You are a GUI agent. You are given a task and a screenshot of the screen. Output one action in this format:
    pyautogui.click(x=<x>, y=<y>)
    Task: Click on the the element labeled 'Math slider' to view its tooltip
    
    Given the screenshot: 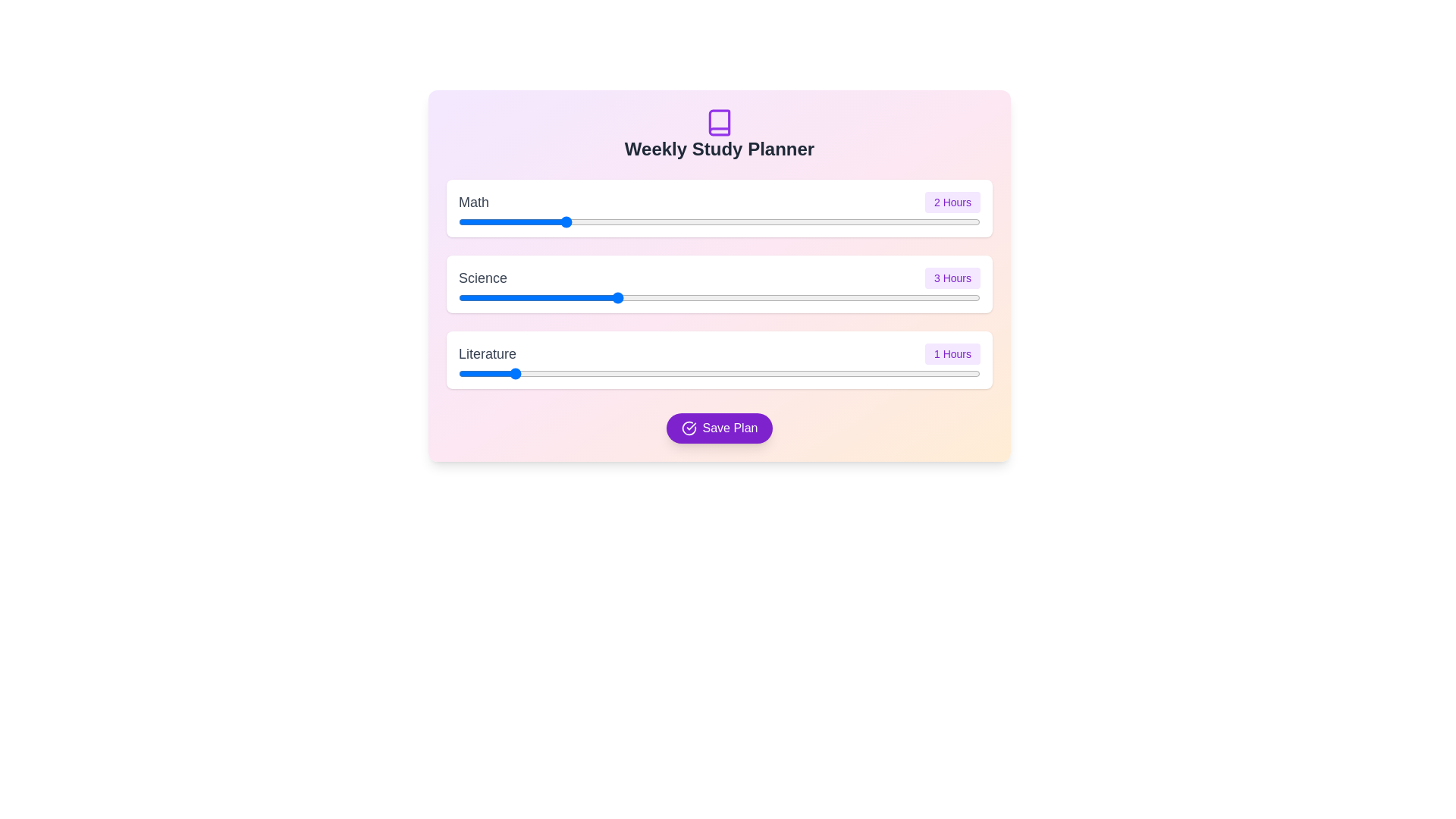 What is the action you would take?
    pyautogui.click(x=719, y=222)
    